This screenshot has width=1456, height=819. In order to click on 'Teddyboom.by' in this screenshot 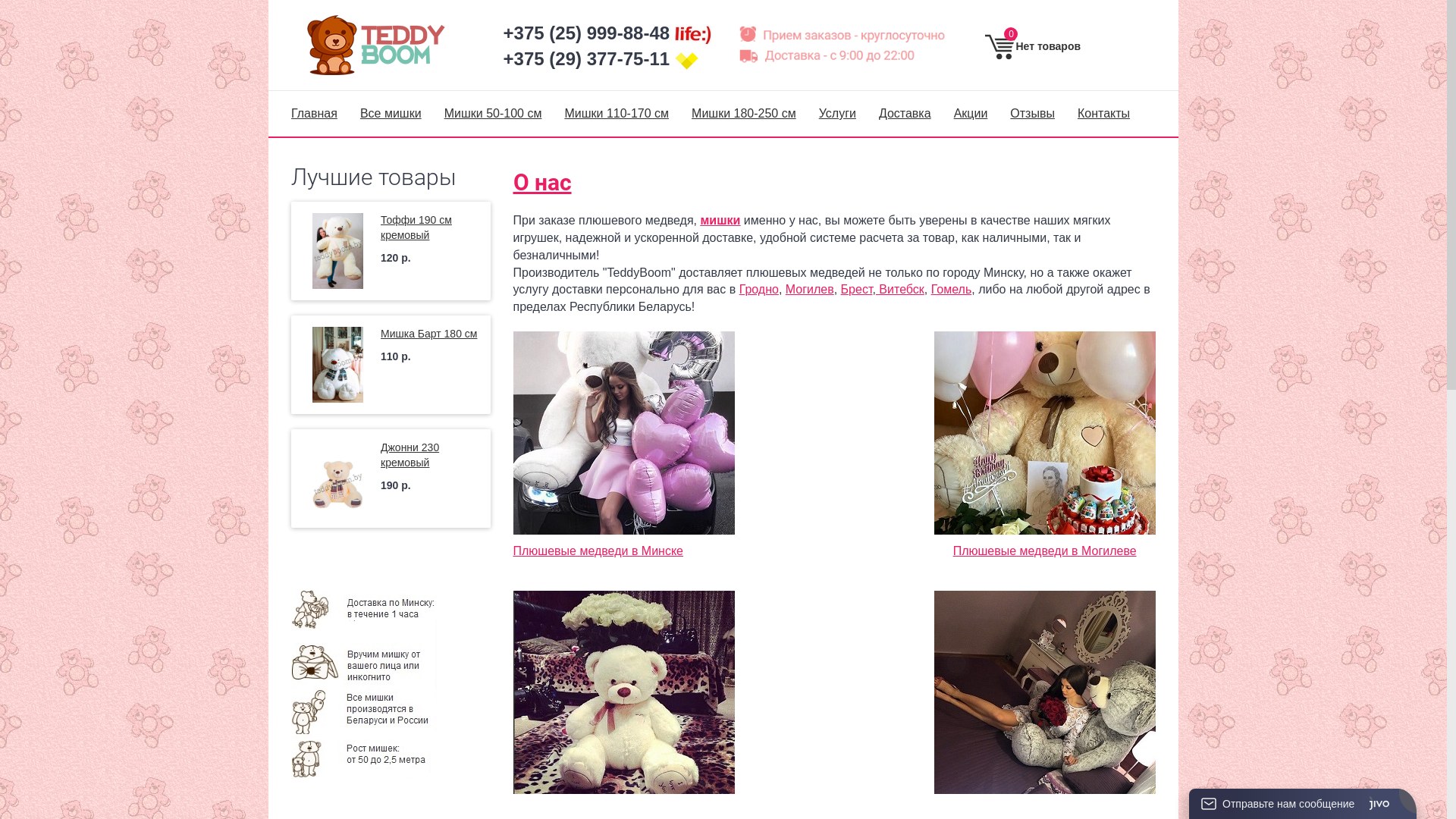, I will do `click(385, 44)`.